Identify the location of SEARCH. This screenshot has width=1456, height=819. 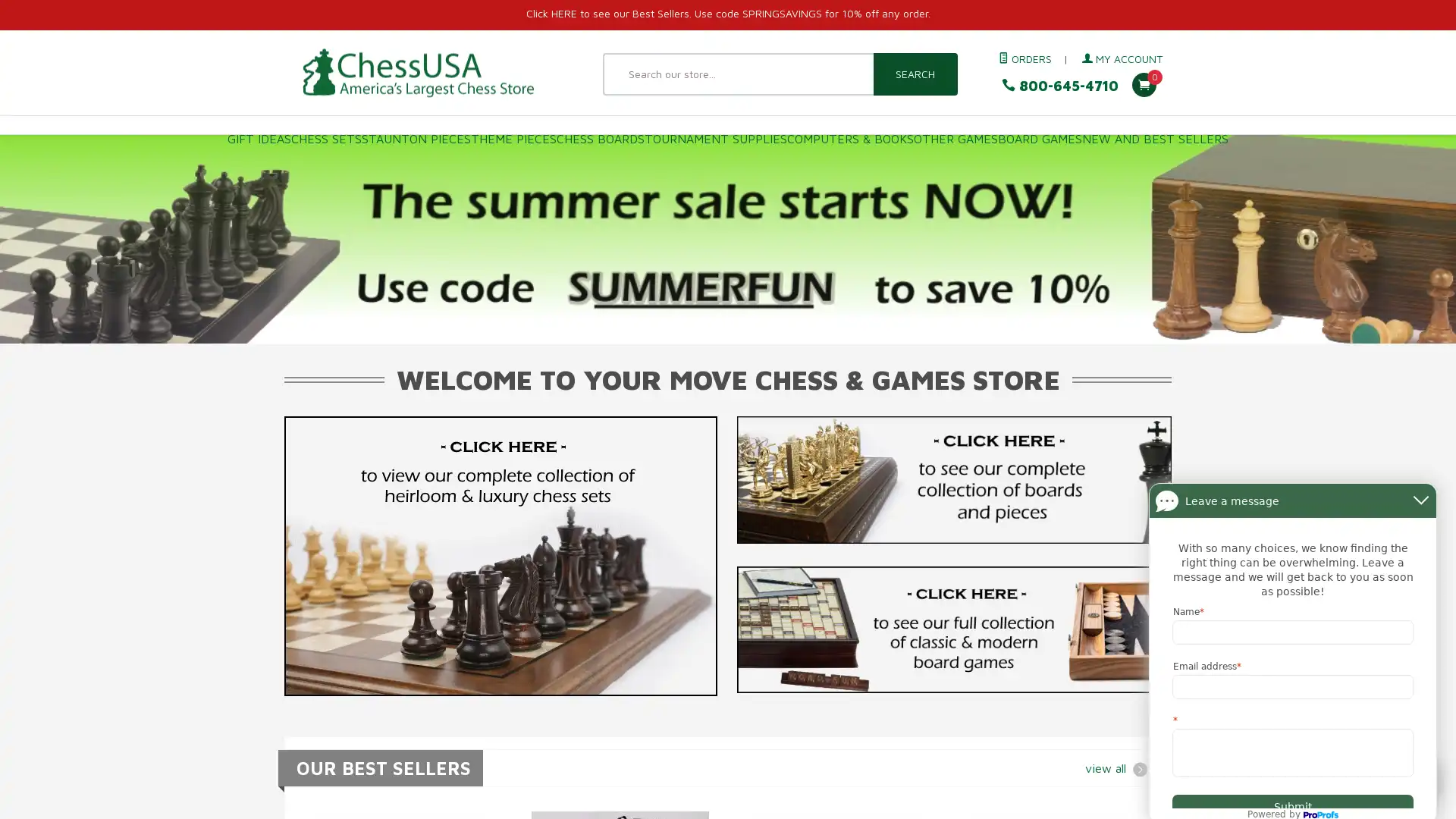
(914, 74).